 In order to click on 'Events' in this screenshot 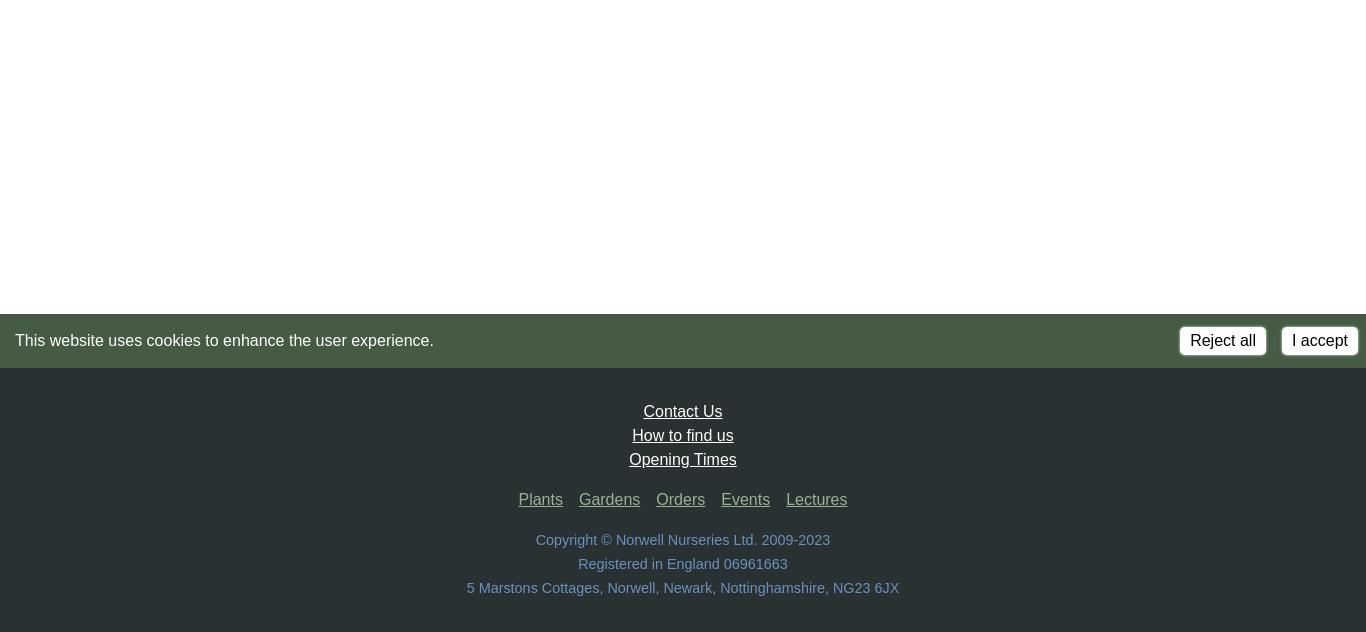, I will do `click(745, 499)`.